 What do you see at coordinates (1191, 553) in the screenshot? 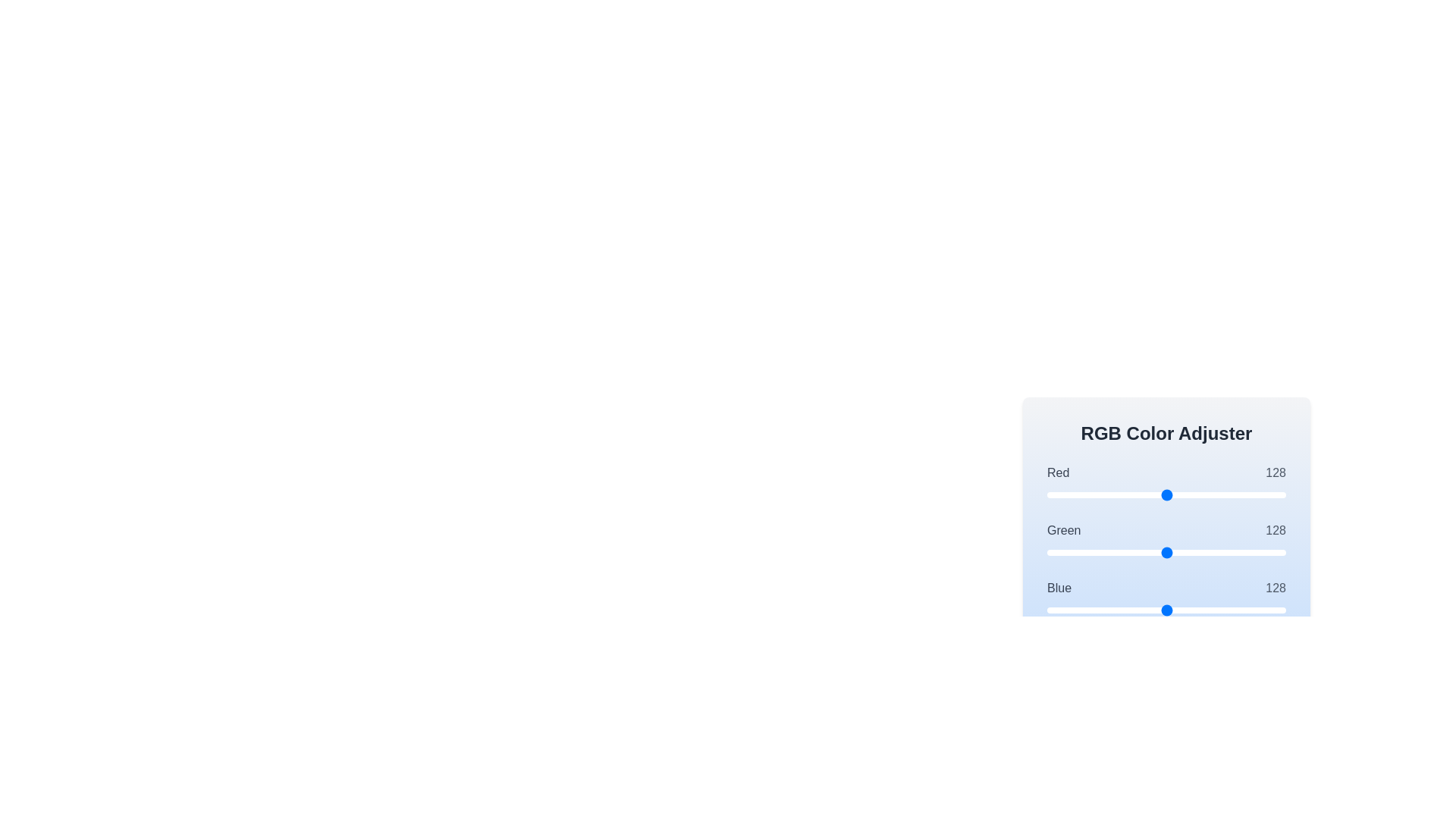
I see `the green slider to 155 where value is between 0 and 255` at bounding box center [1191, 553].